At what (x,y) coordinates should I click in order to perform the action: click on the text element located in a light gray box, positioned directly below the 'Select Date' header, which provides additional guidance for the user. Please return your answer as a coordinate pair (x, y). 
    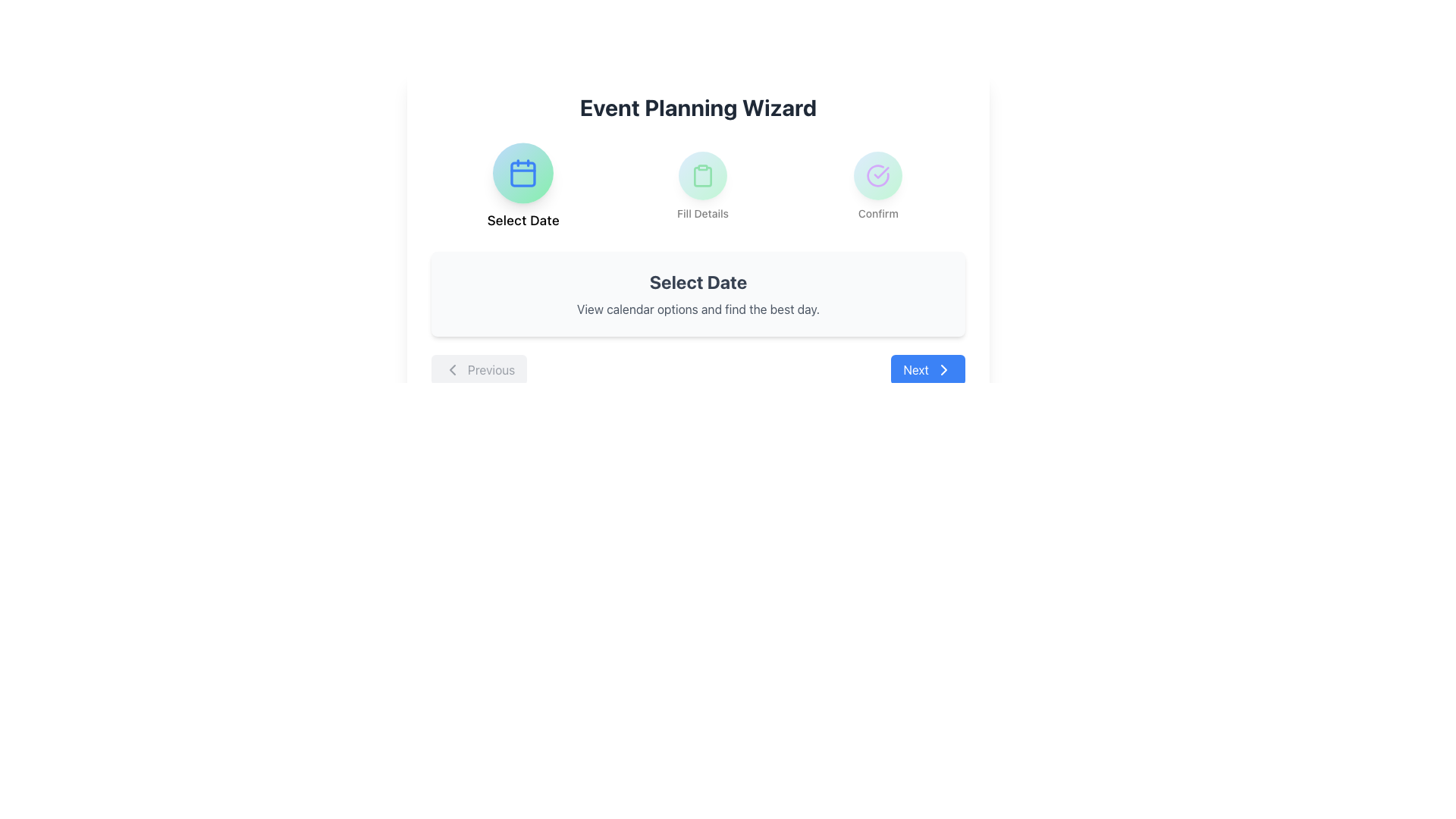
    Looking at the image, I should click on (698, 309).